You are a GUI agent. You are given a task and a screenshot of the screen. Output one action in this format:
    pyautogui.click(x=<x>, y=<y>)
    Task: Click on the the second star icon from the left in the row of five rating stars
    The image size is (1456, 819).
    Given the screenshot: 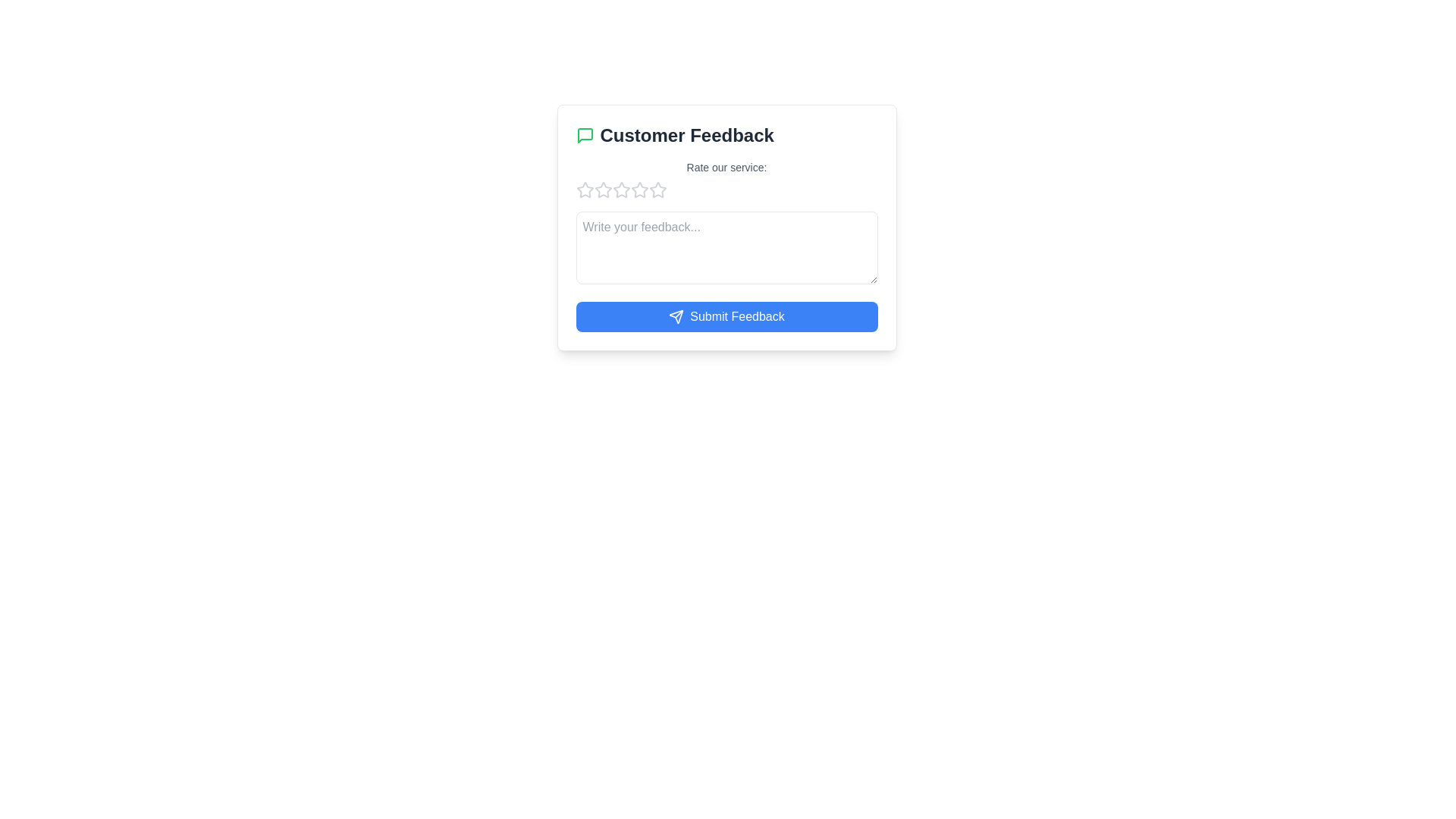 What is the action you would take?
    pyautogui.click(x=657, y=189)
    